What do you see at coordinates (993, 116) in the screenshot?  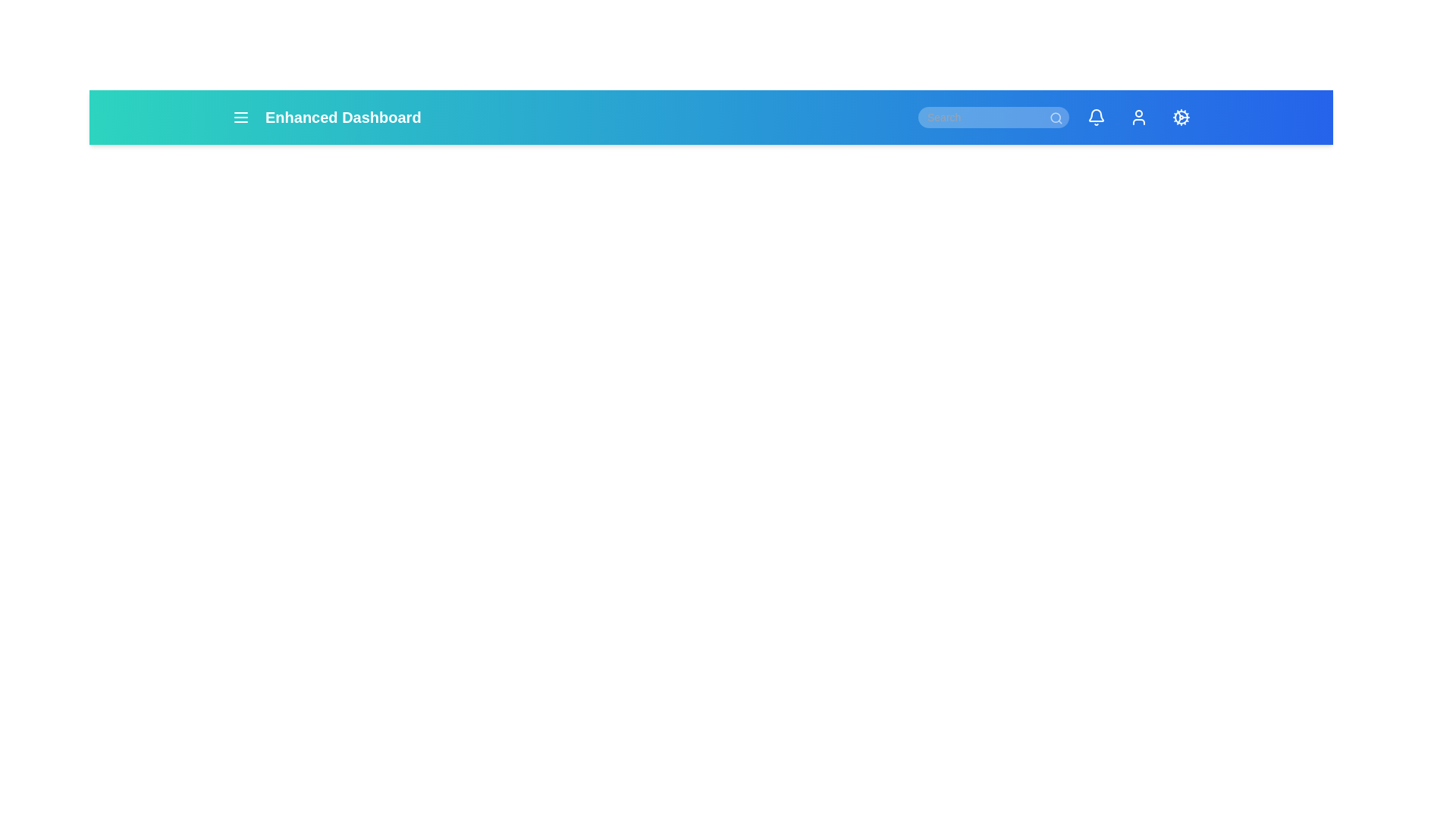 I see `the search input field and type the query 'example query'` at bounding box center [993, 116].